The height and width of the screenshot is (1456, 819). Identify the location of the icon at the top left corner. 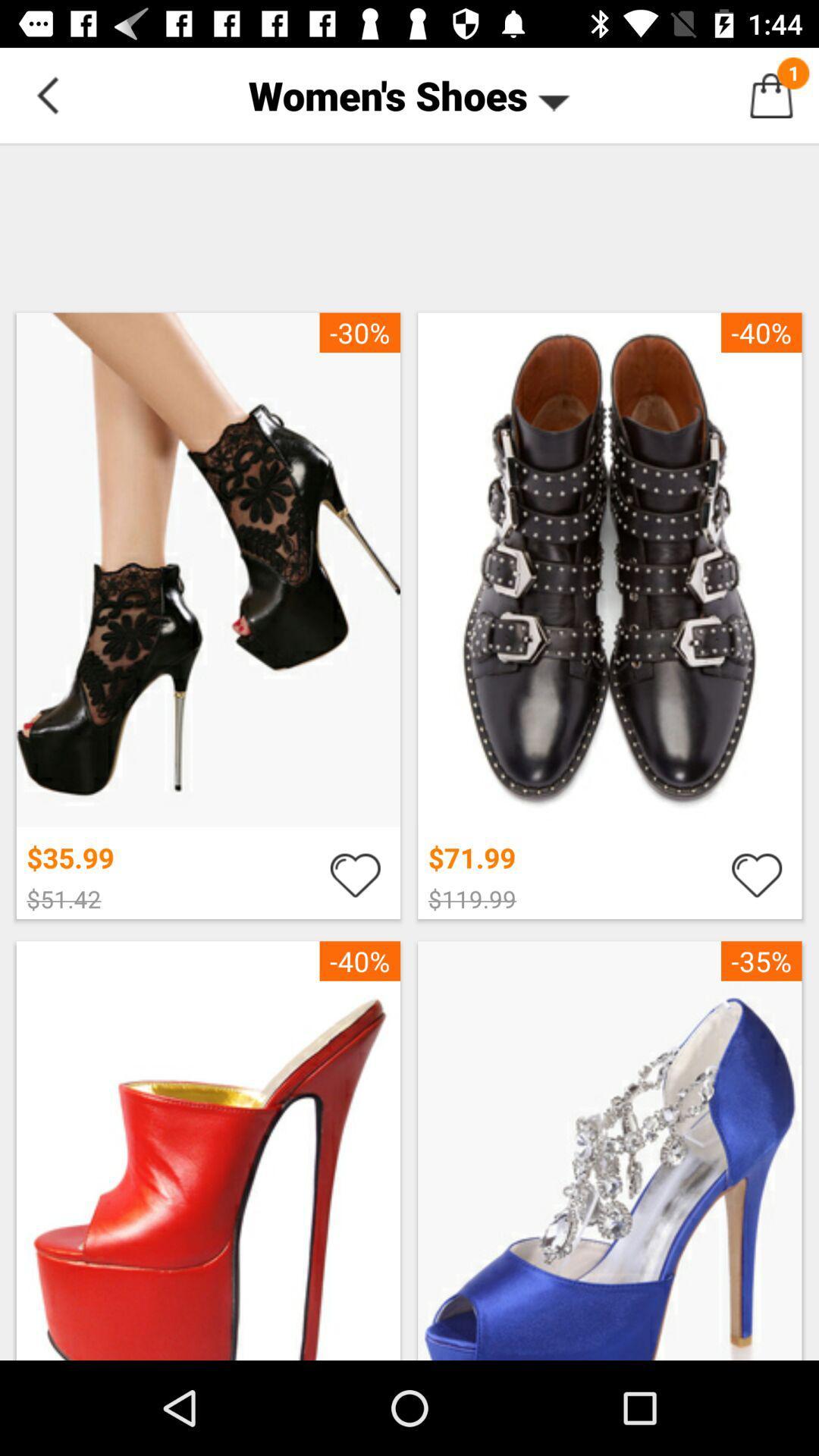
(46, 94).